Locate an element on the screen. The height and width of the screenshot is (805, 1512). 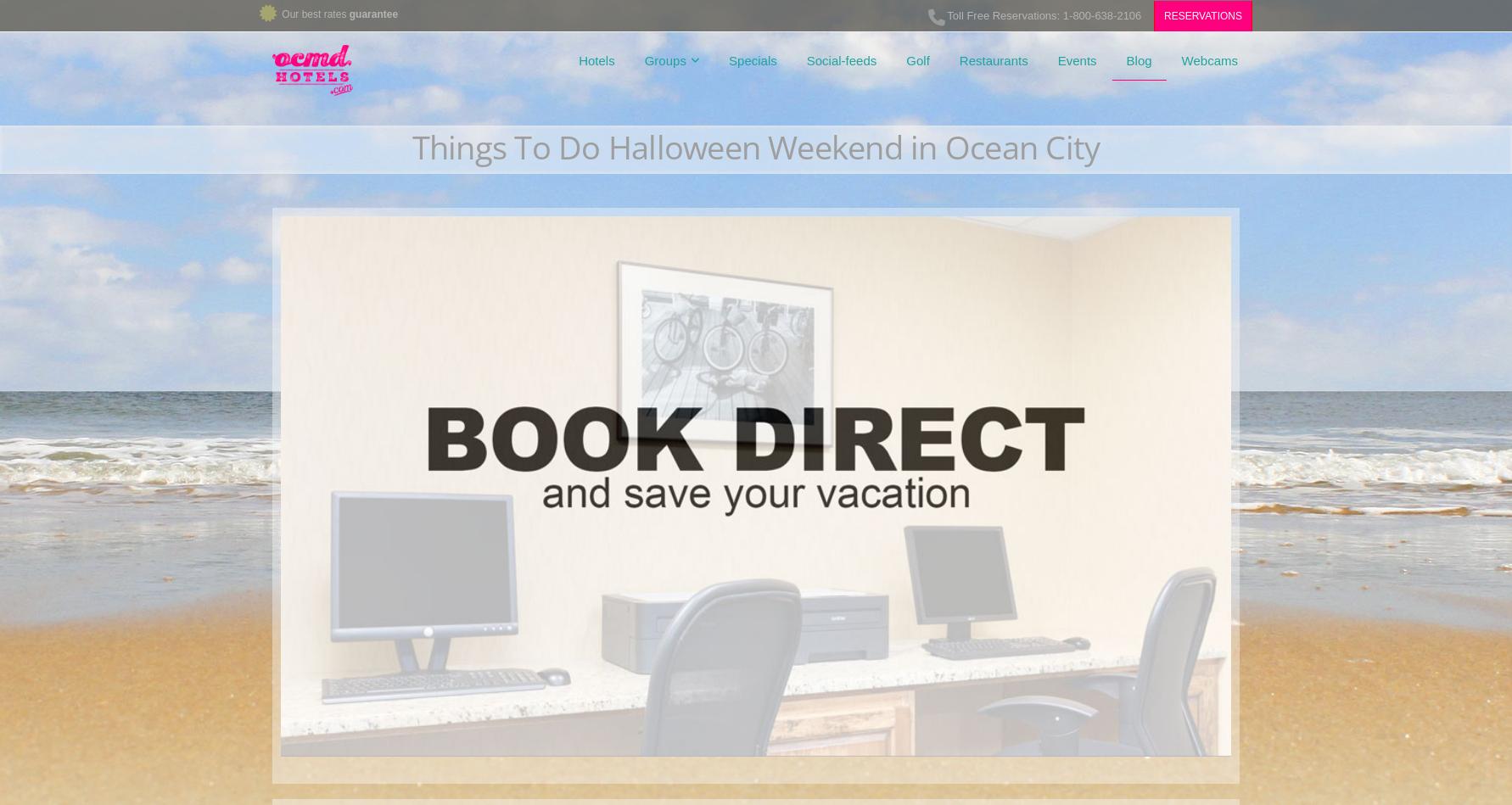
'Things To Do Halloween Weekend in Ocean City' is located at coordinates (754, 146).